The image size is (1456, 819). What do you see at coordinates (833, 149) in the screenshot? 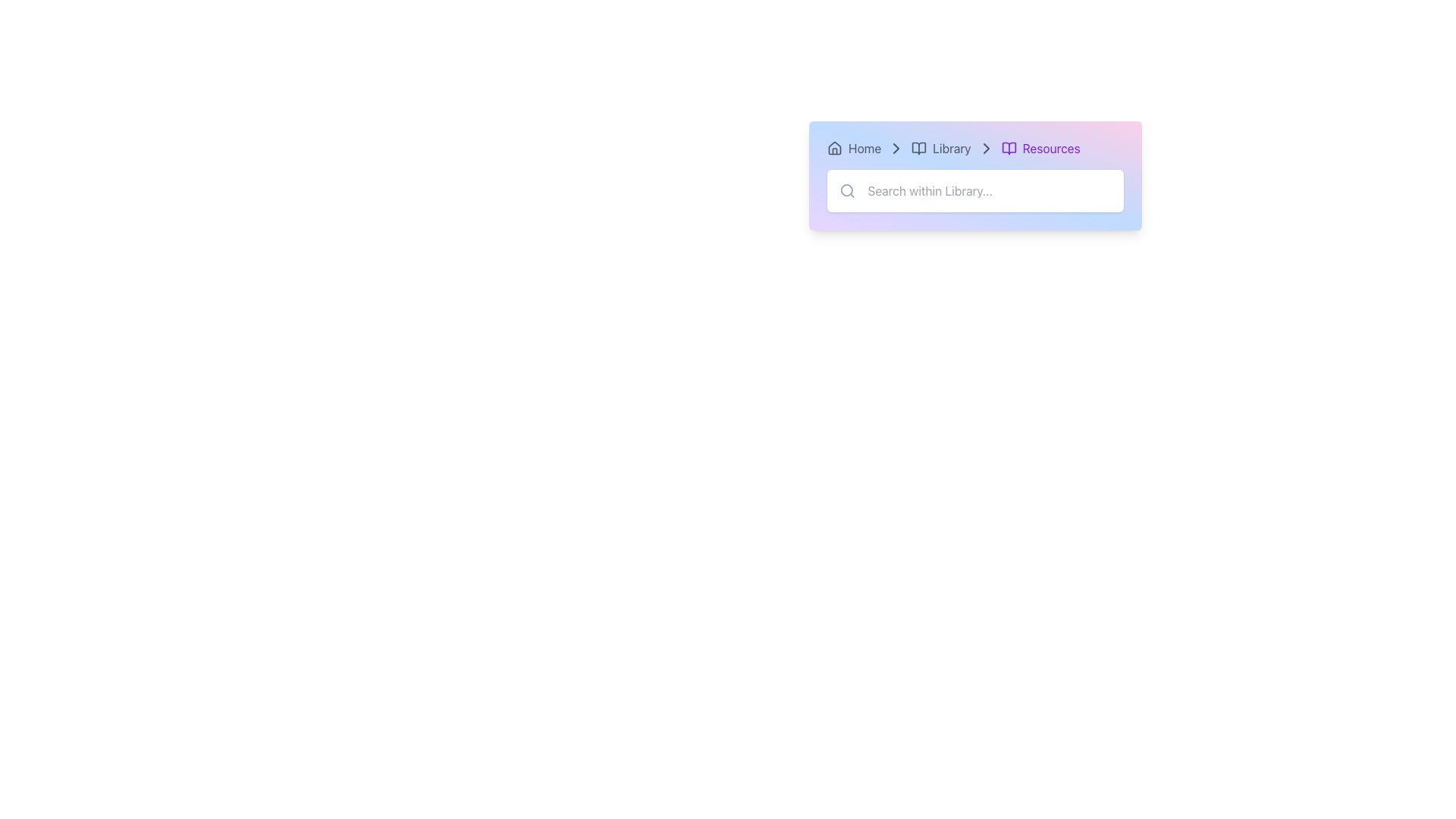
I see `the house-shaped icon located at the far left of the horizontal navigation bar` at bounding box center [833, 149].